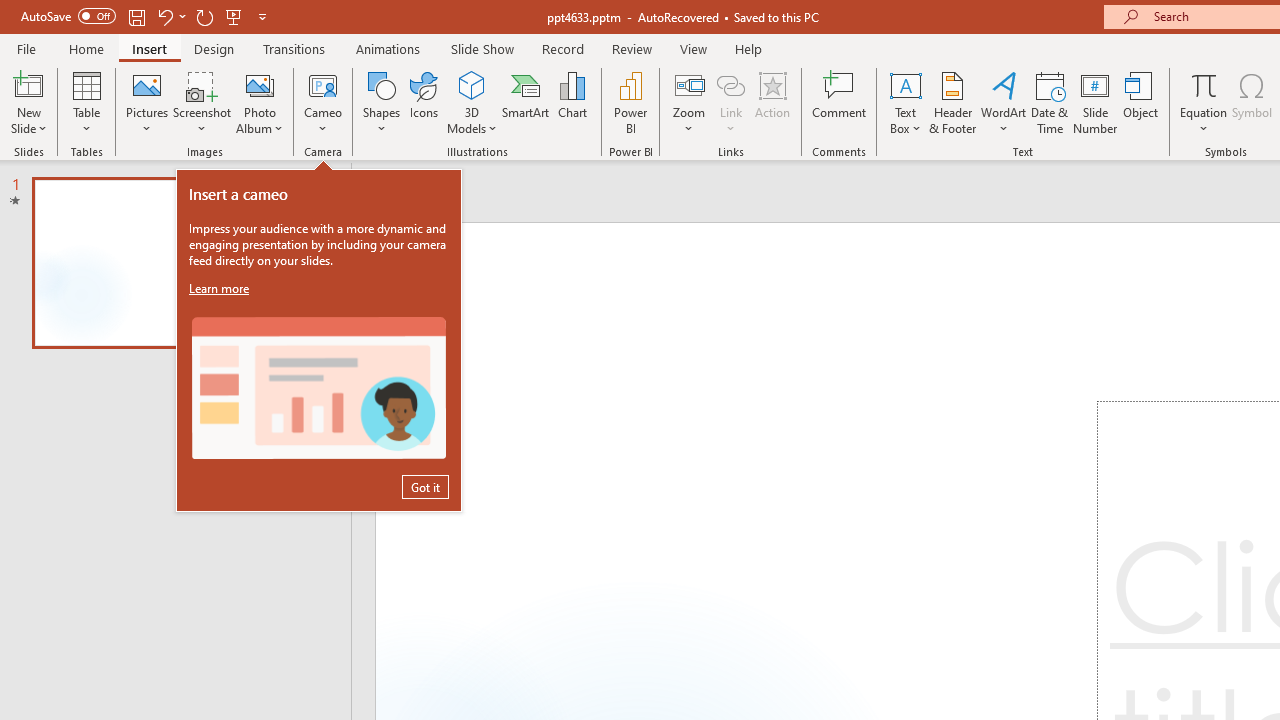  Describe the element at coordinates (1251, 103) in the screenshot. I see `'Symbol...'` at that location.